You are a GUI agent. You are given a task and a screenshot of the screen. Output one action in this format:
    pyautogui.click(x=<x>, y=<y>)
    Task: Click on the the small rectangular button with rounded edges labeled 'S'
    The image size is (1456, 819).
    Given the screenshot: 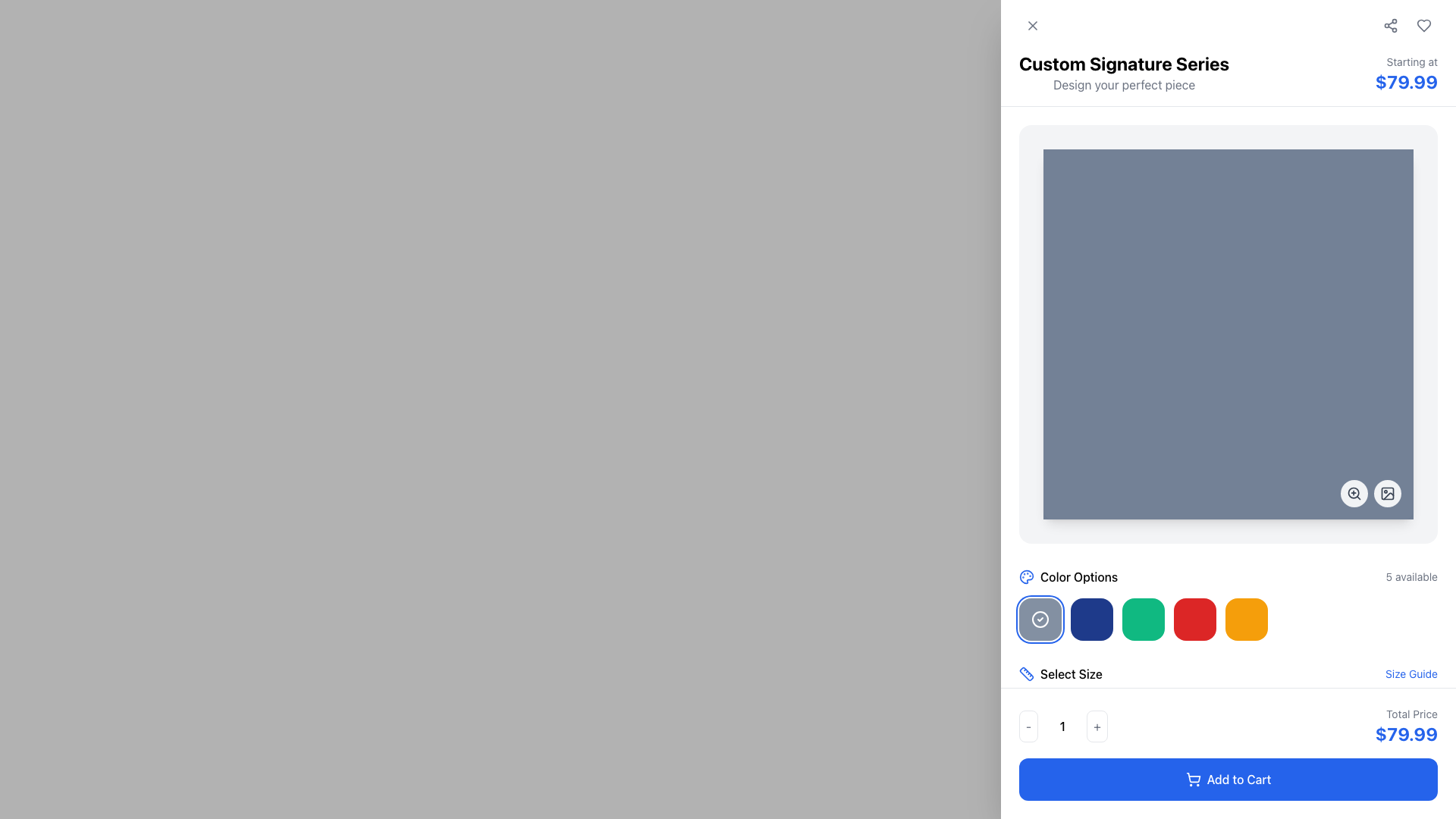 What is the action you would take?
    pyautogui.click(x=1079, y=714)
    